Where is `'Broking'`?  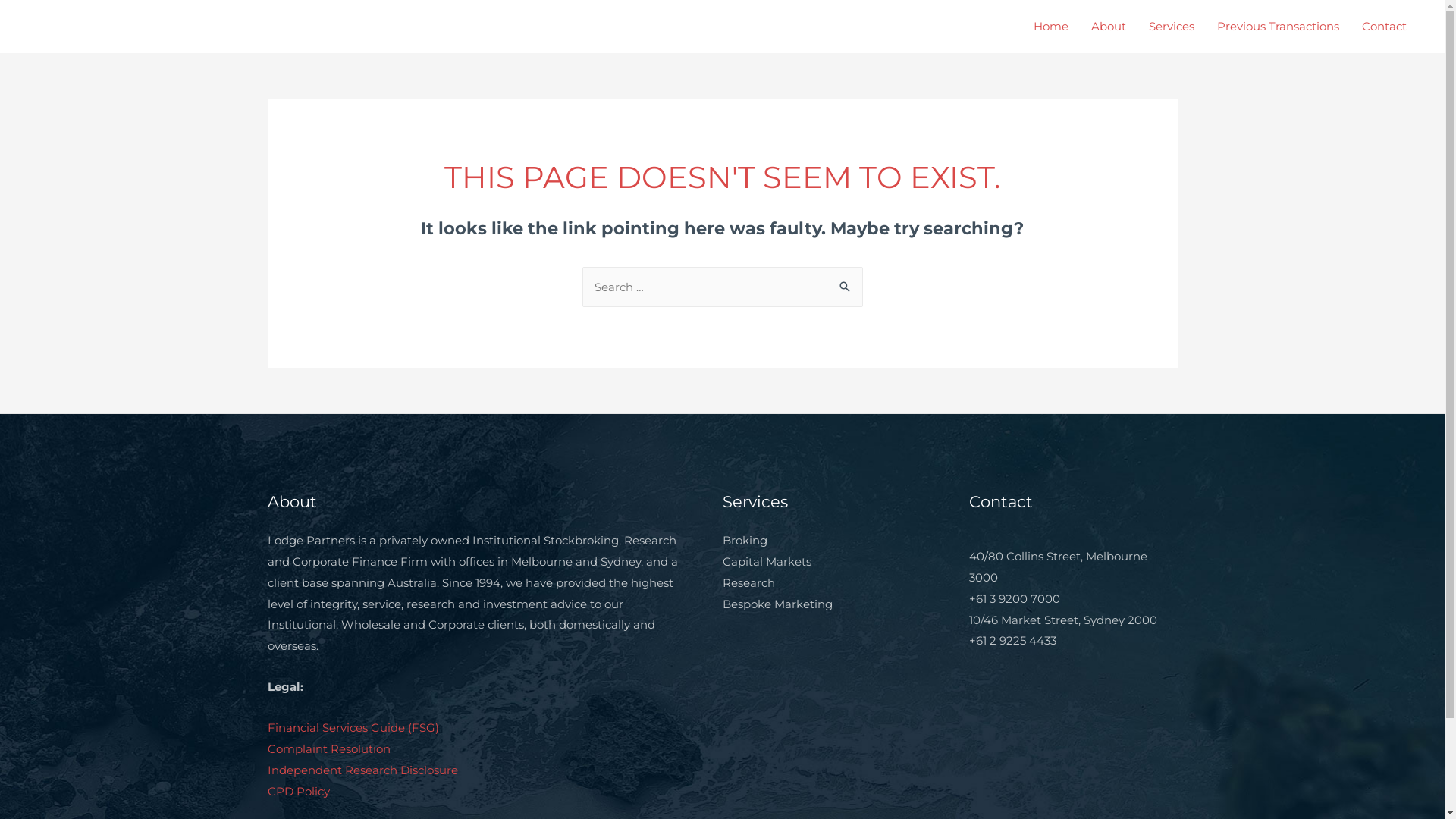
'Broking' is located at coordinates (744, 539).